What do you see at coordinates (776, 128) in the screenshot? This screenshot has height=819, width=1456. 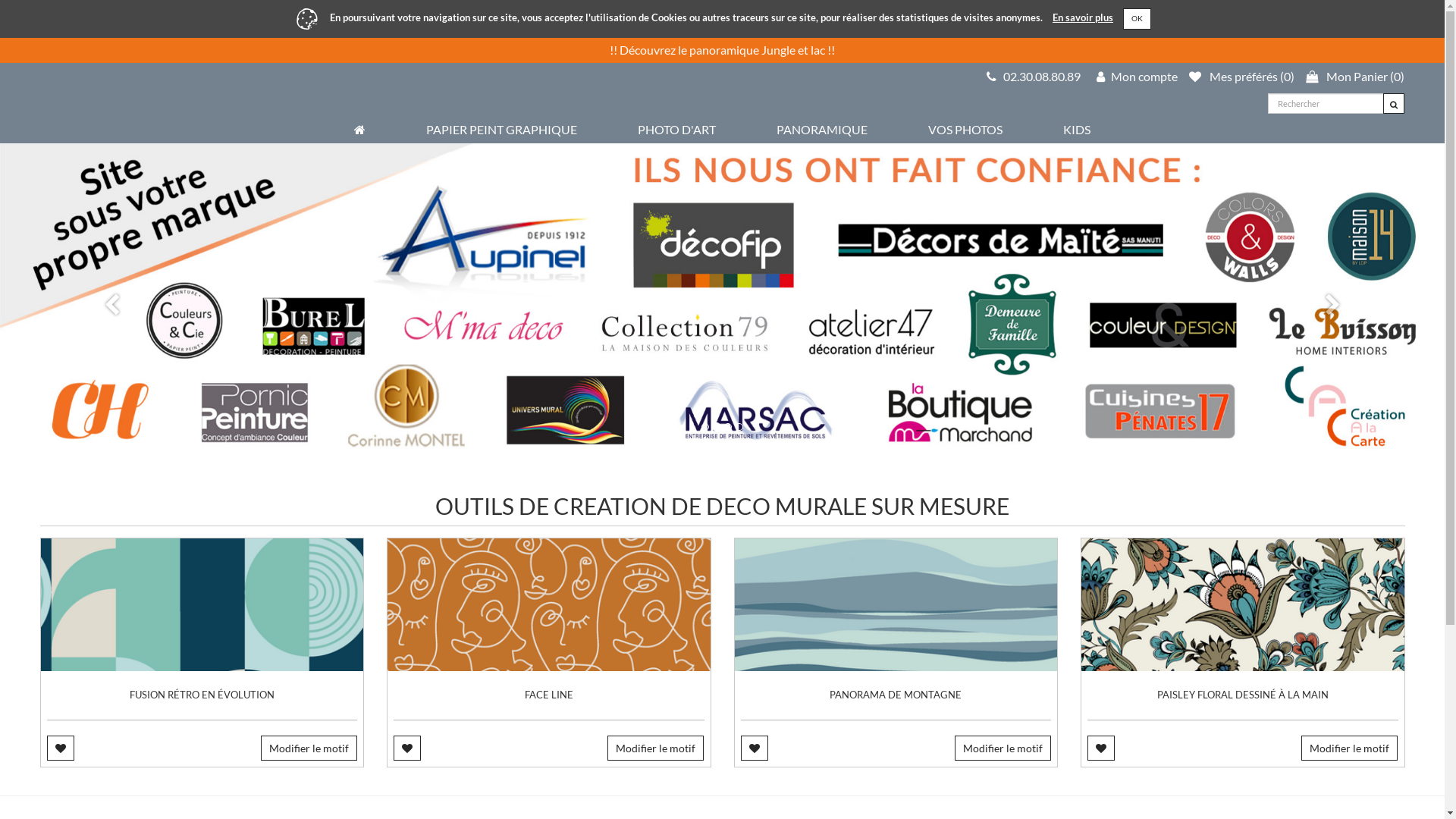 I see `'PANORAMIQUE'` at bounding box center [776, 128].